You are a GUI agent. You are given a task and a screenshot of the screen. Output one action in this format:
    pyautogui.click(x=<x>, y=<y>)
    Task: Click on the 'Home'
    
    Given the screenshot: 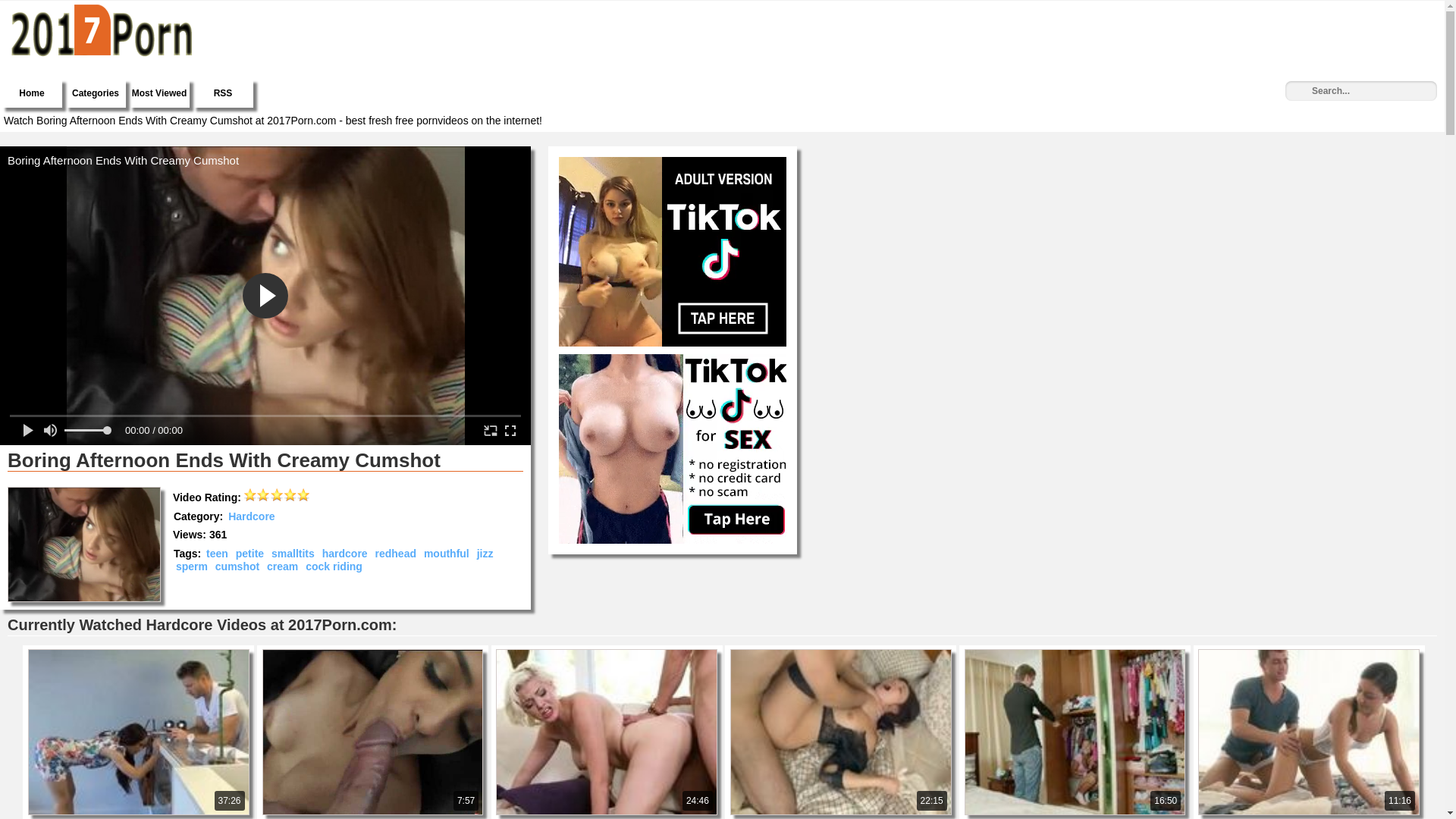 What is the action you would take?
    pyautogui.click(x=1, y=93)
    